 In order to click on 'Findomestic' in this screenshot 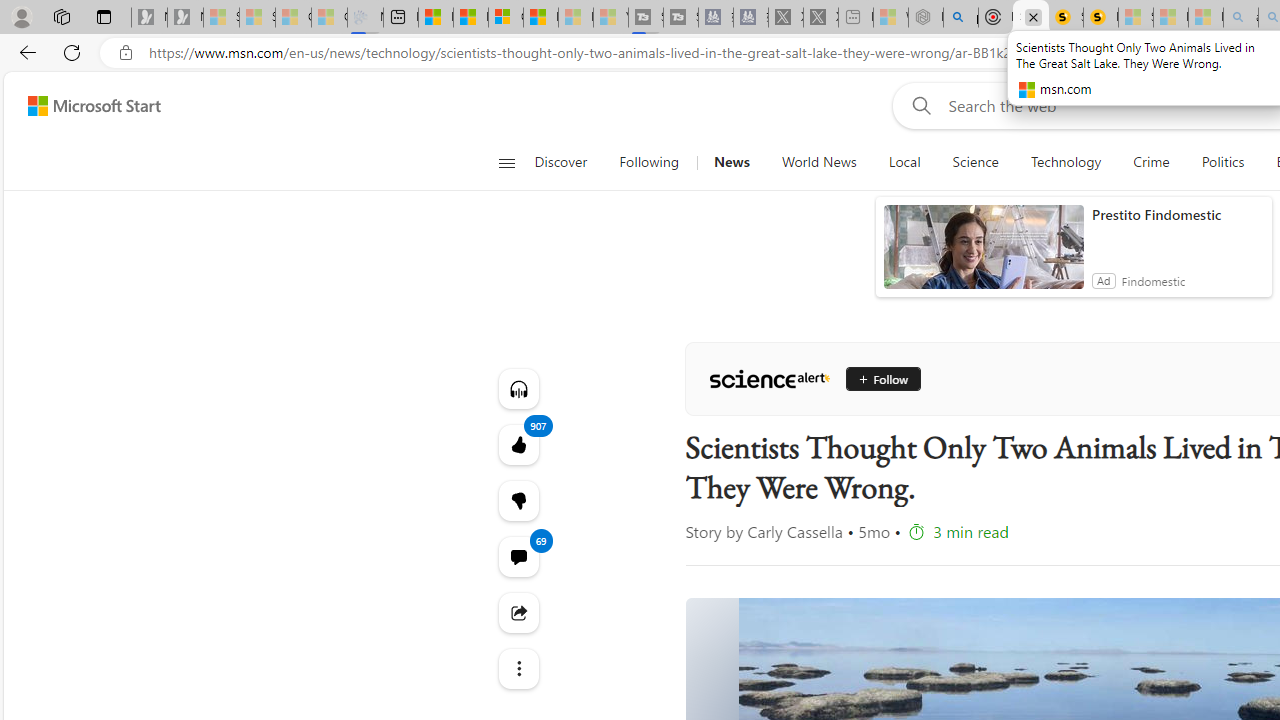, I will do `click(1153, 280)`.